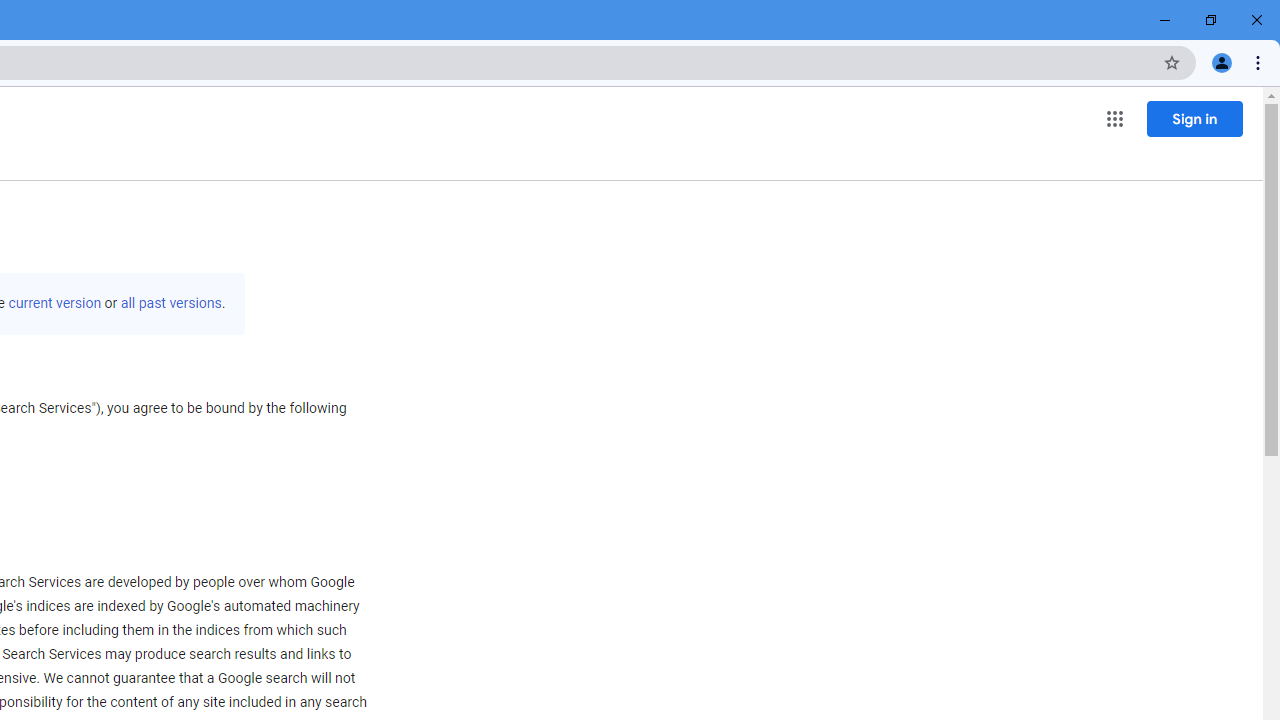 This screenshot has height=720, width=1280. What do you see at coordinates (55, 303) in the screenshot?
I see `'current version'` at bounding box center [55, 303].